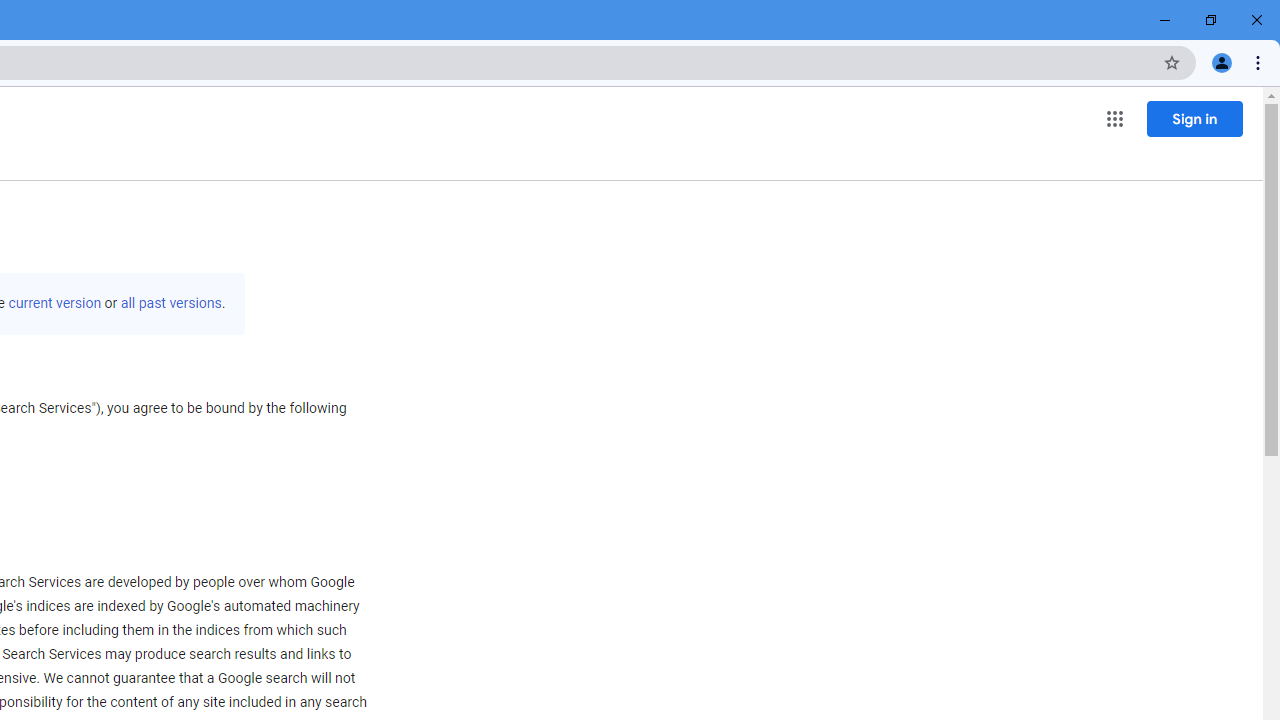 This screenshot has height=720, width=1280. What do you see at coordinates (55, 303) in the screenshot?
I see `'current version'` at bounding box center [55, 303].